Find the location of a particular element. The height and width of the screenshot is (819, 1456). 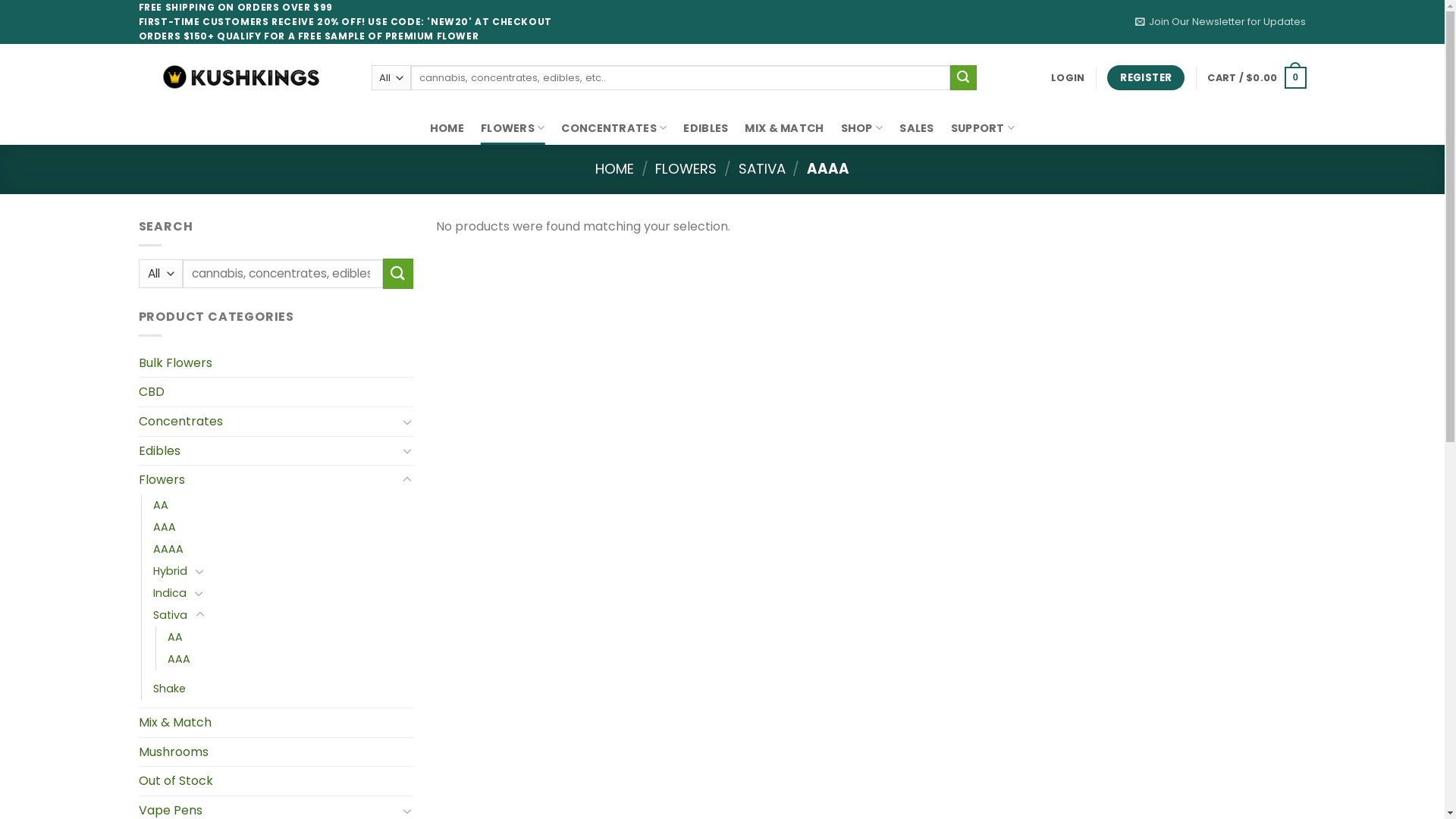

'AA' is located at coordinates (174, 637).